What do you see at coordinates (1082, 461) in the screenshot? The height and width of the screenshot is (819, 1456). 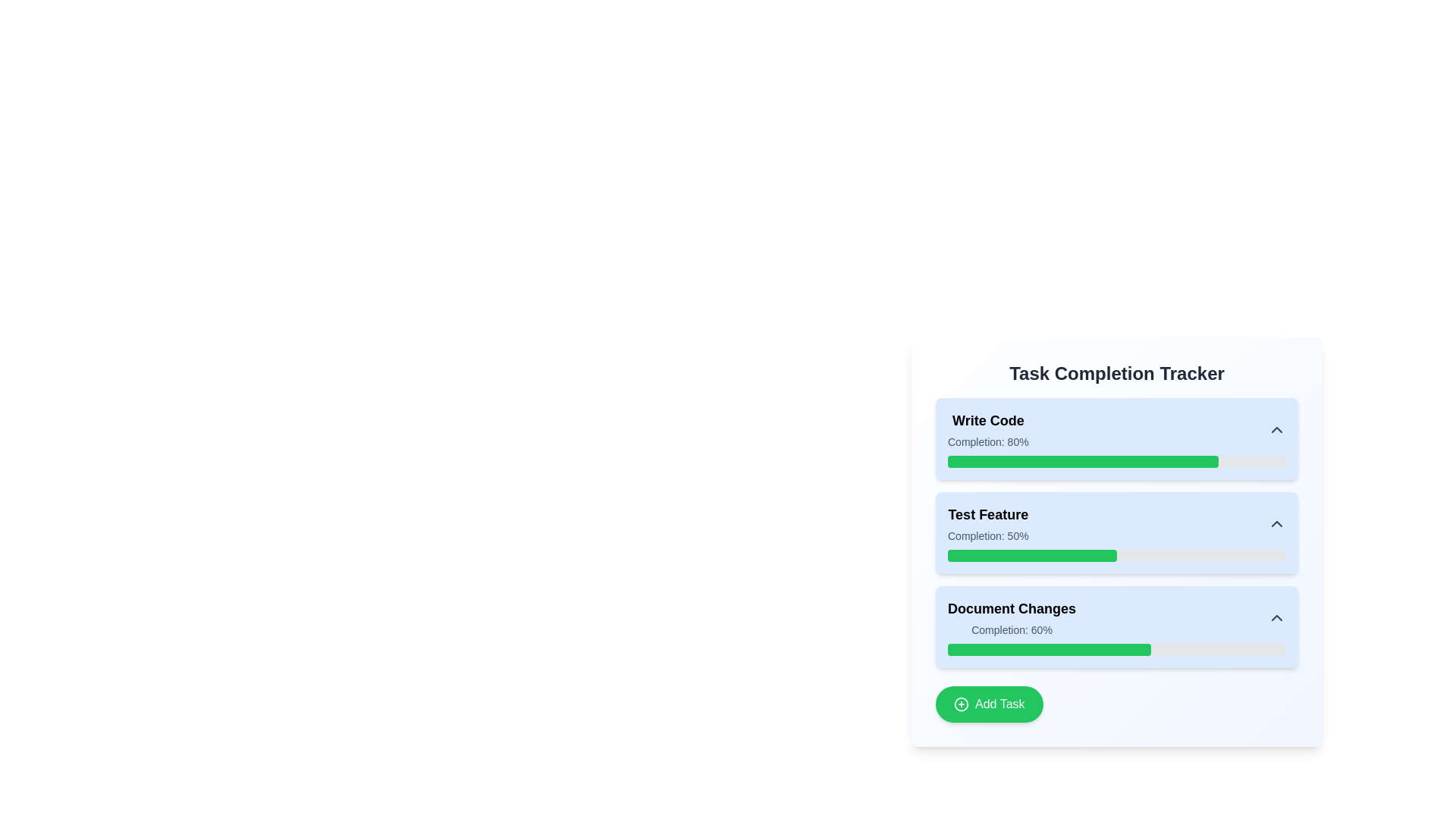 I see `the progress bar indicating 80% completion for the 'Write Code' task, located in the 'Task Completion Tracker' list` at bounding box center [1082, 461].